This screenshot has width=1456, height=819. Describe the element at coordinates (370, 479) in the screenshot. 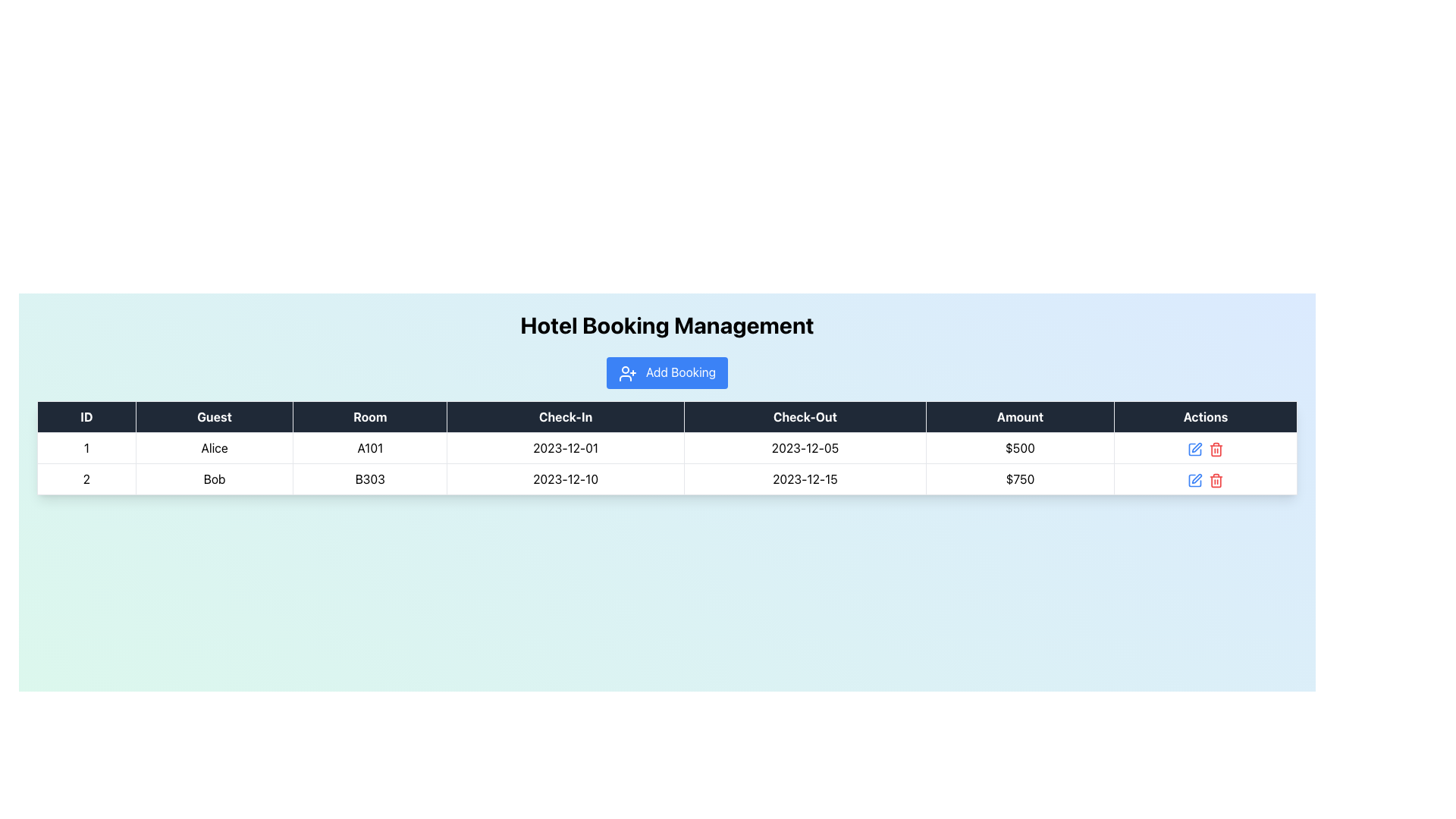

I see `text 'B303' from the table cell located in the third column of the second row, which is situated under the 'Room' label and follows 'Guest: Bob'` at that location.